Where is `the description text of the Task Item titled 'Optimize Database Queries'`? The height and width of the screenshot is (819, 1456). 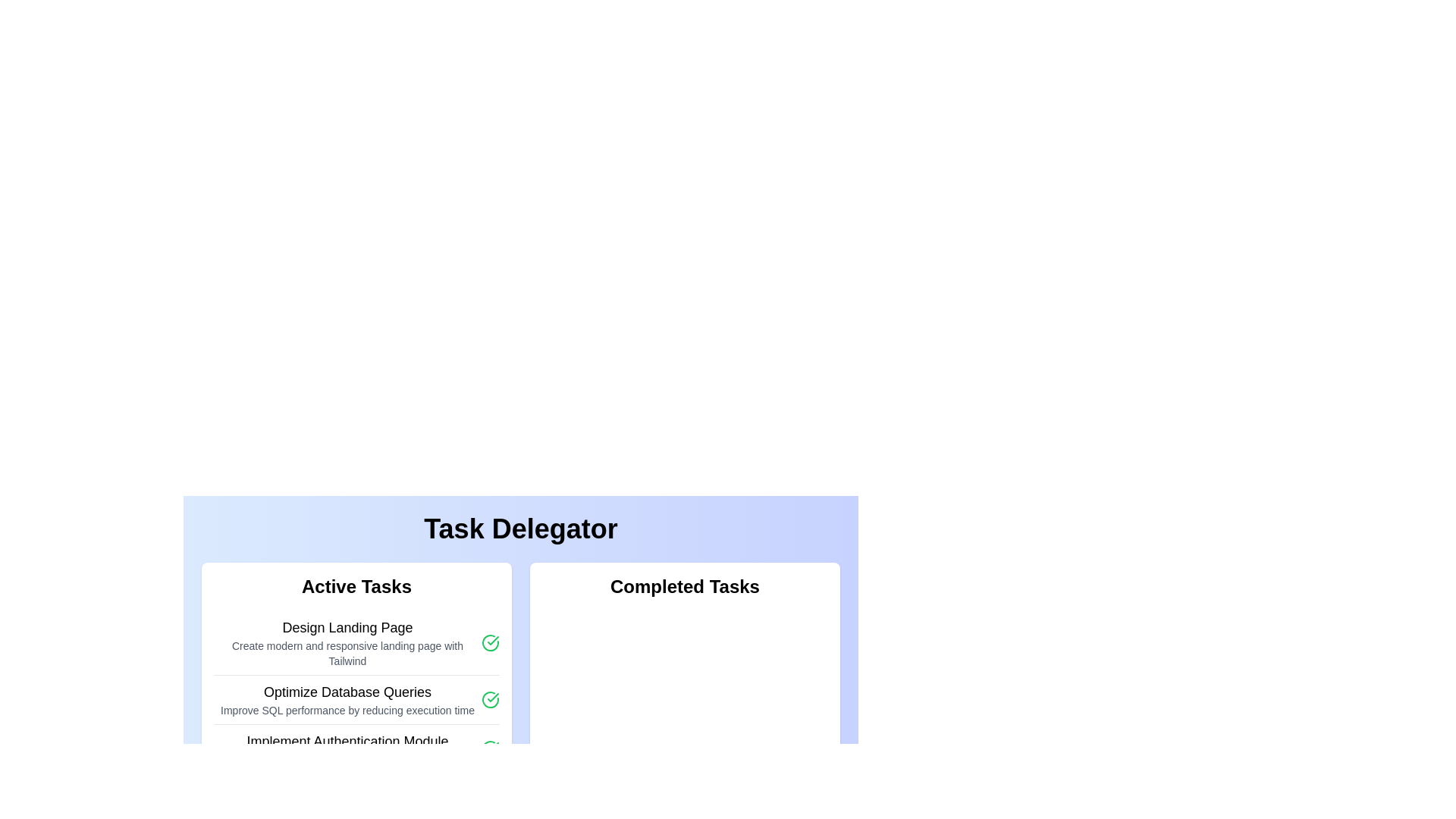 the description text of the Task Item titled 'Optimize Database Queries' is located at coordinates (356, 700).